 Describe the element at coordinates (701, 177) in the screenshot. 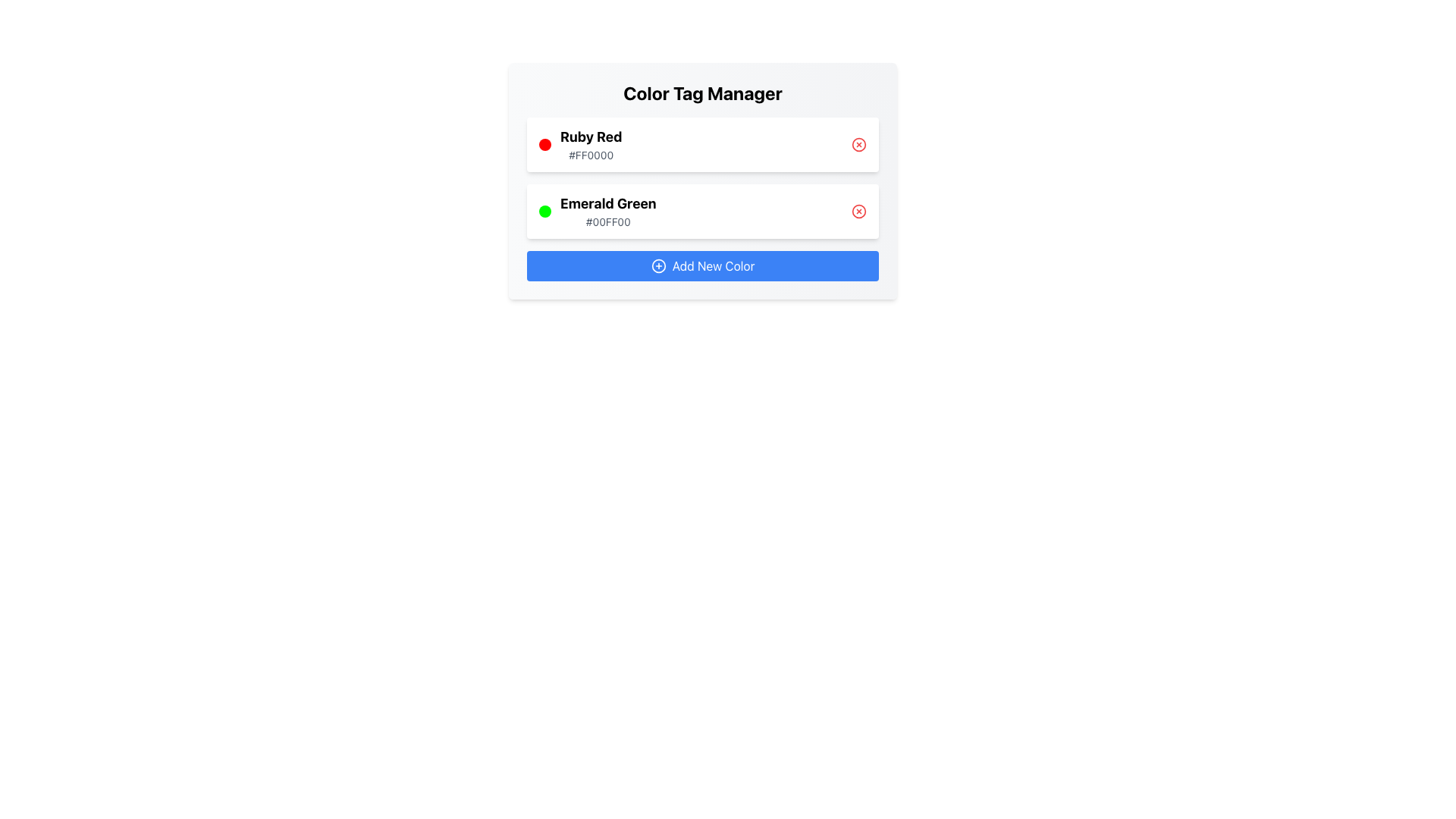

I see `an individual item in the List of color tags located under the 'Color Tag Manager' title, which presents two color options with labels and color-coded dots` at that location.